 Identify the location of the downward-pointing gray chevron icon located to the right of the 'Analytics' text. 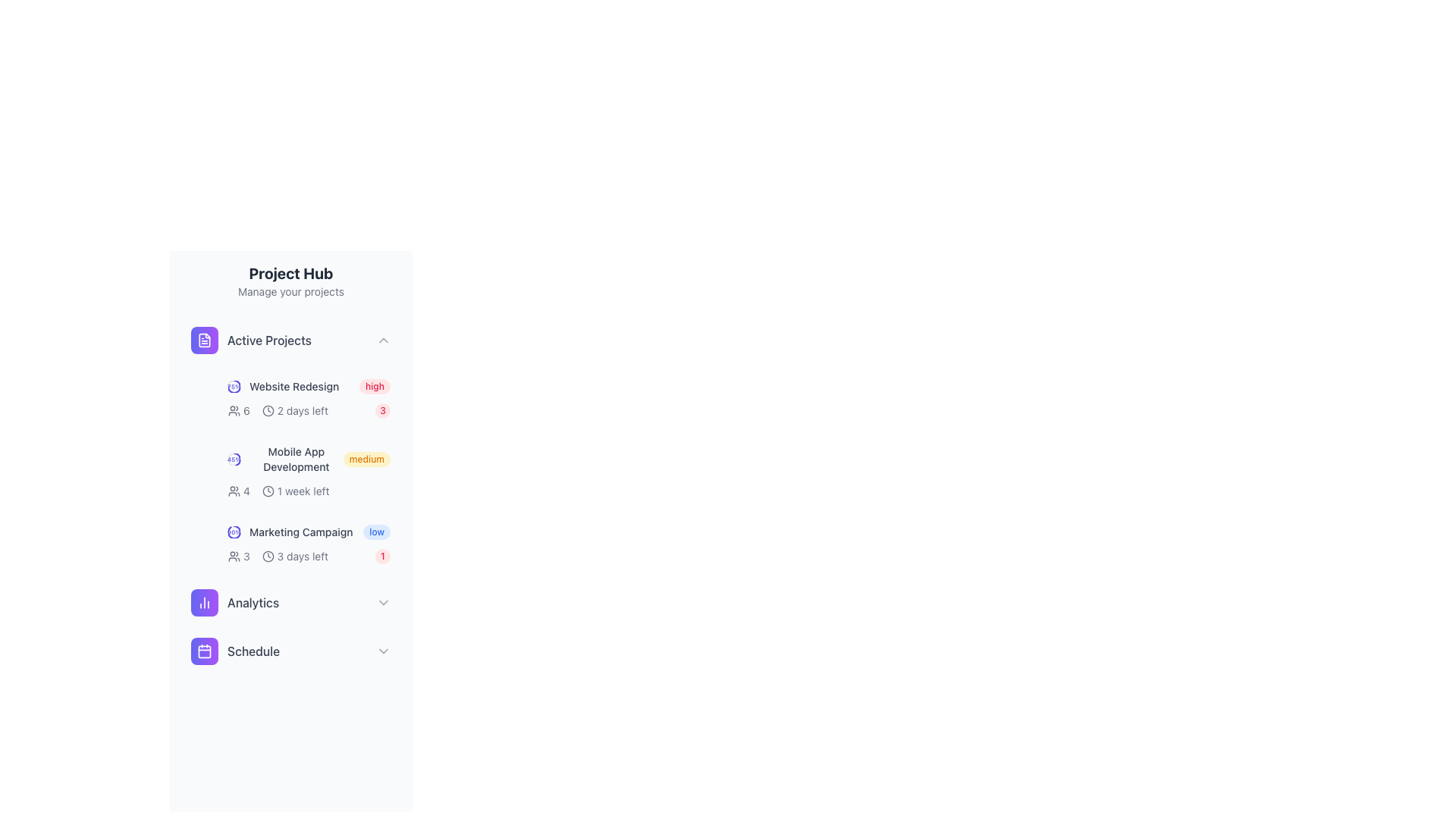
(383, 601).